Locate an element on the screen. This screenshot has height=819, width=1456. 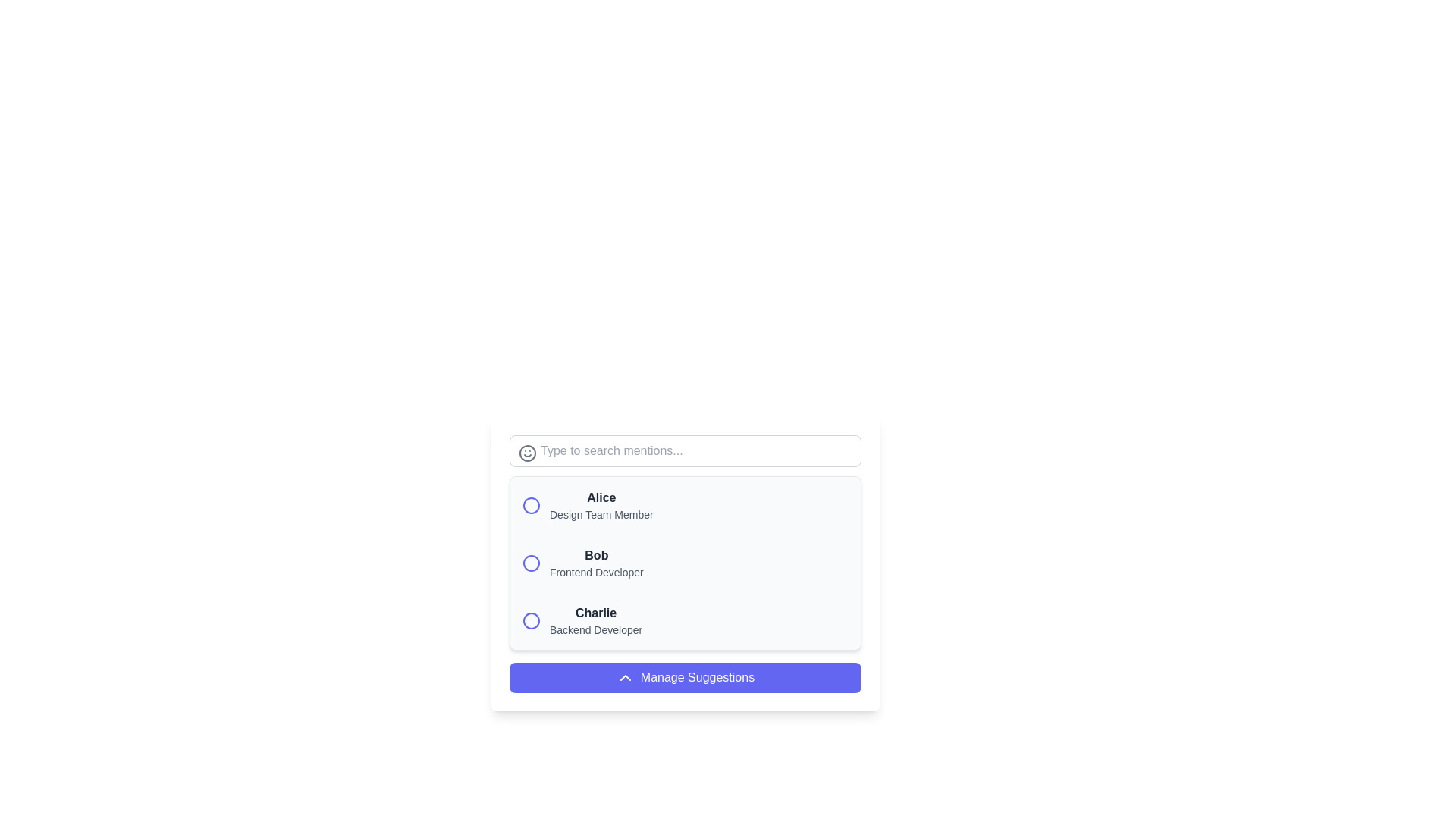
text 'Bob' which is styled in a bold font and dark color, located at the top center of the second selectable card in the list is located at coordinates (595, 555).